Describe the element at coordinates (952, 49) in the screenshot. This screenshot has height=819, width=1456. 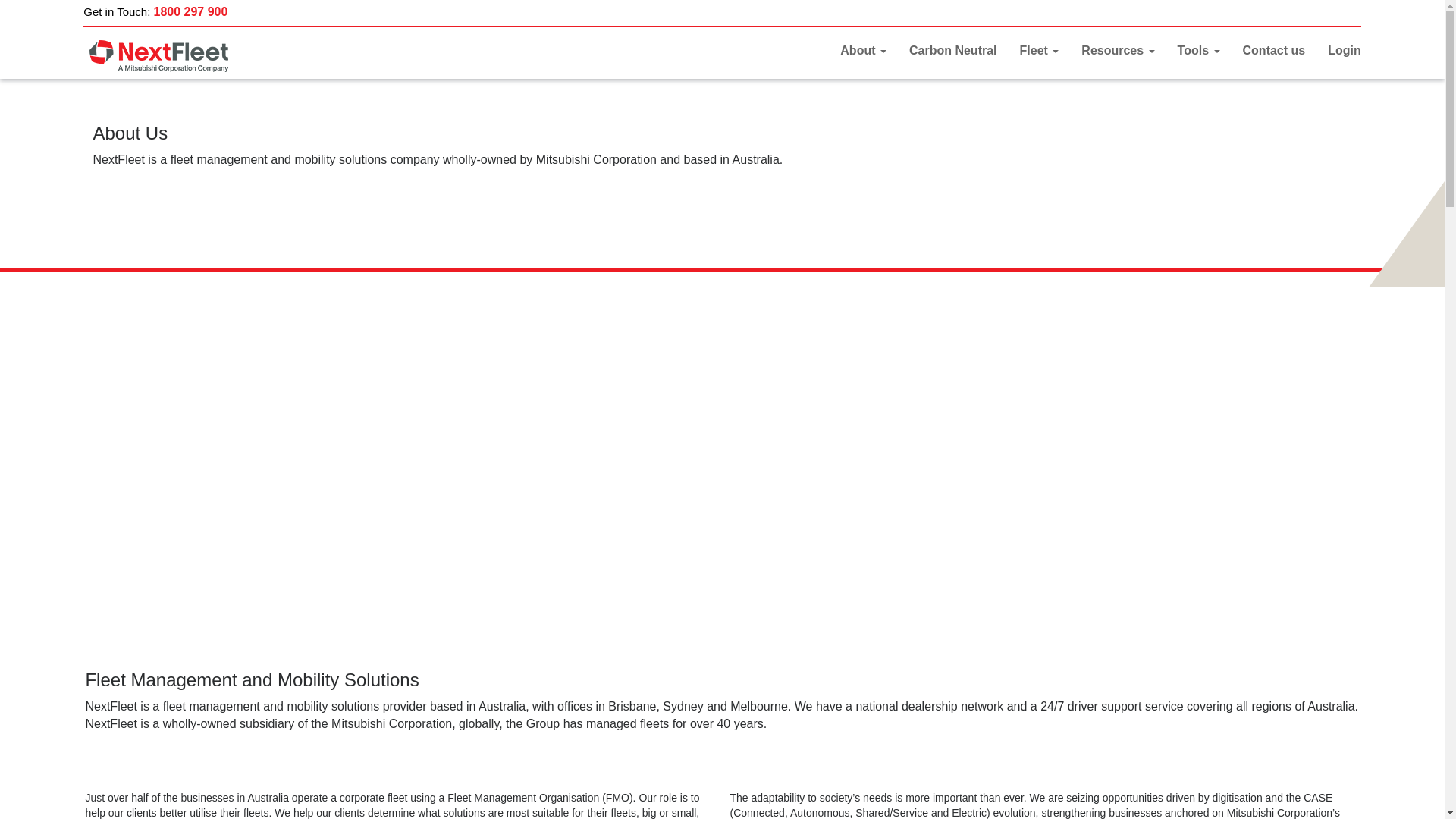
I see `'Carbon Neutral'` at that location.